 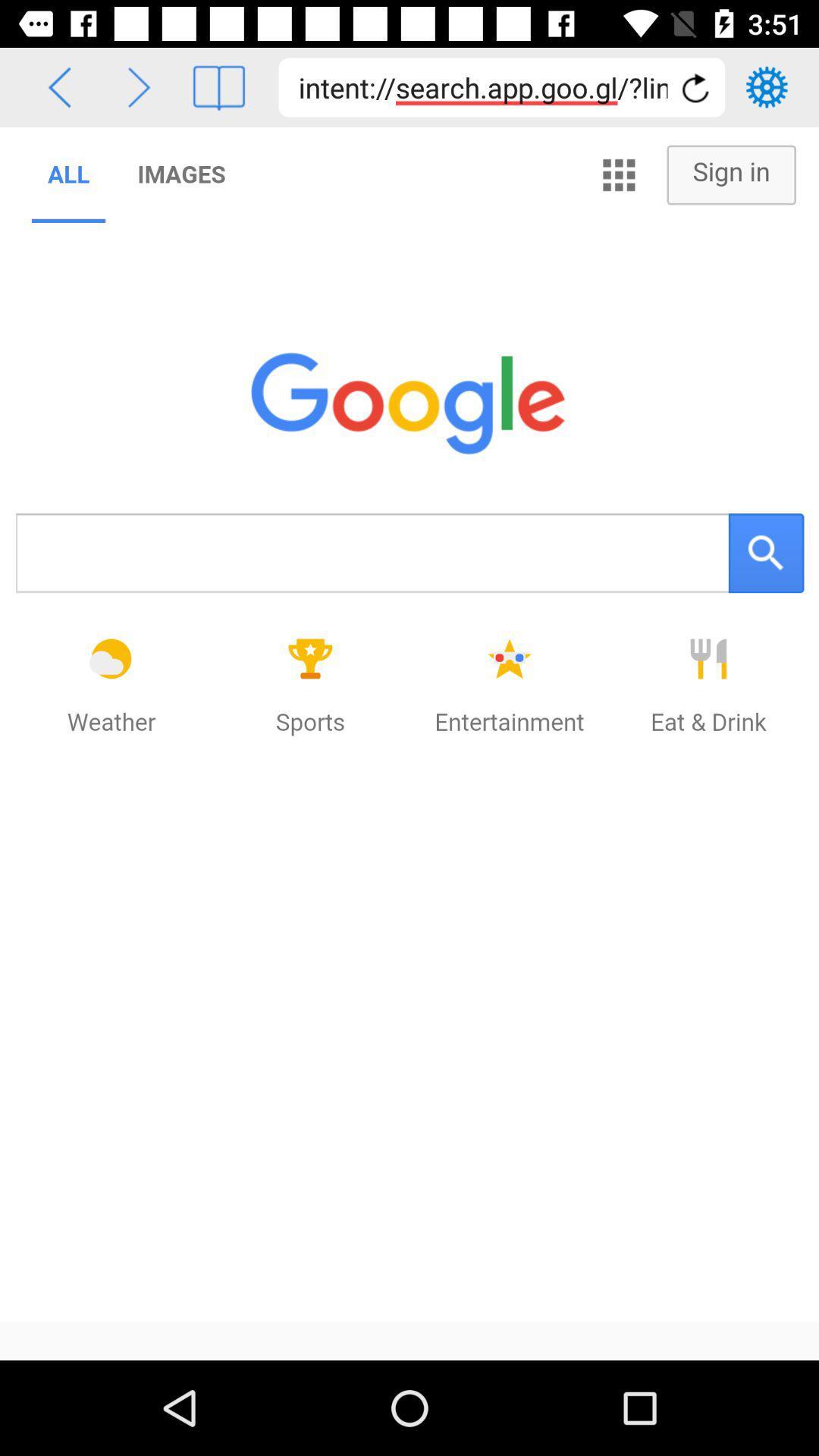 What do you see at coordinates (767, 86) in the screenshot?
I see `settings tool` at bounding box center [767, 86].